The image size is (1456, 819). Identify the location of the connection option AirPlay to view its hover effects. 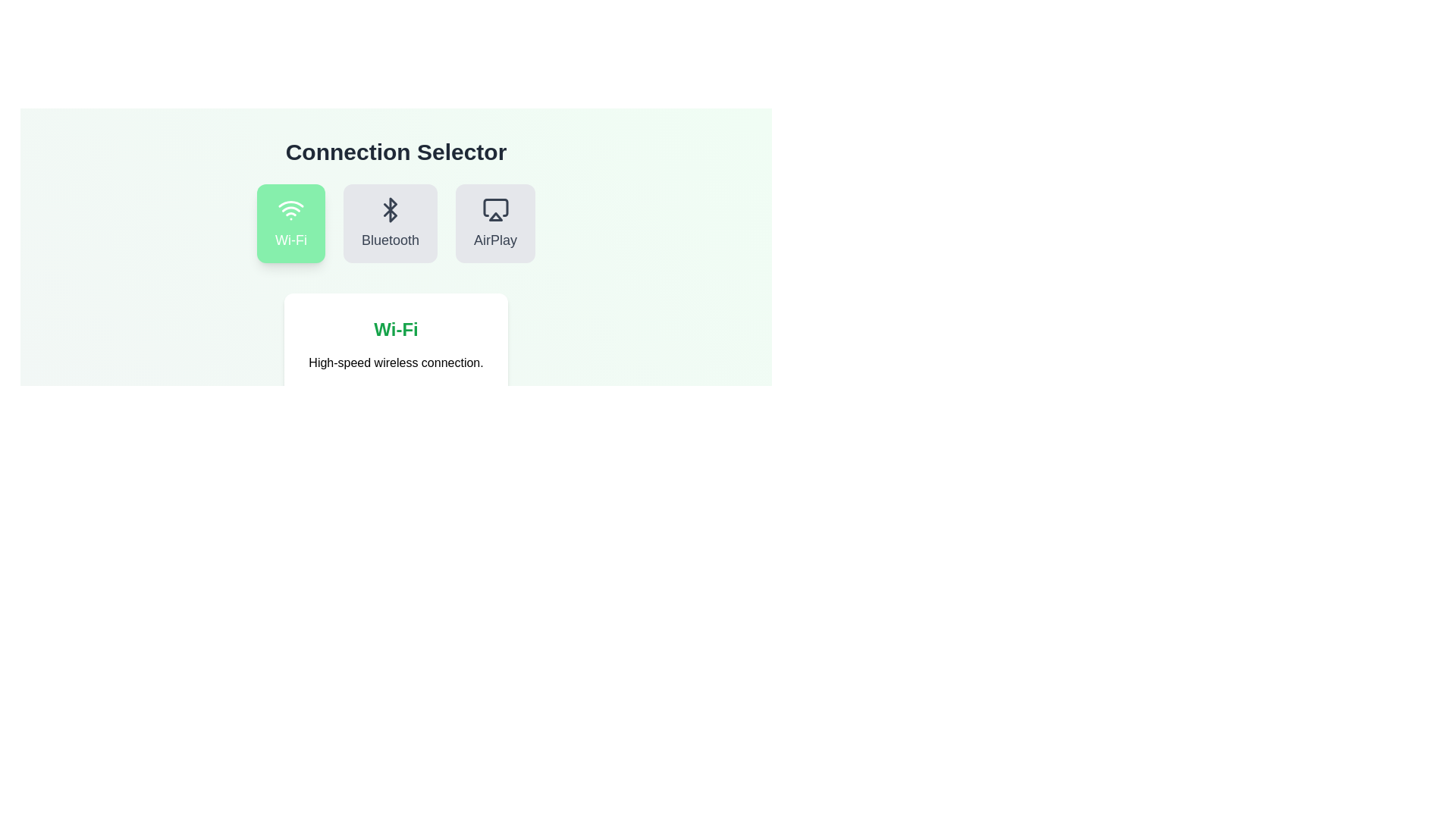
(495, 223).